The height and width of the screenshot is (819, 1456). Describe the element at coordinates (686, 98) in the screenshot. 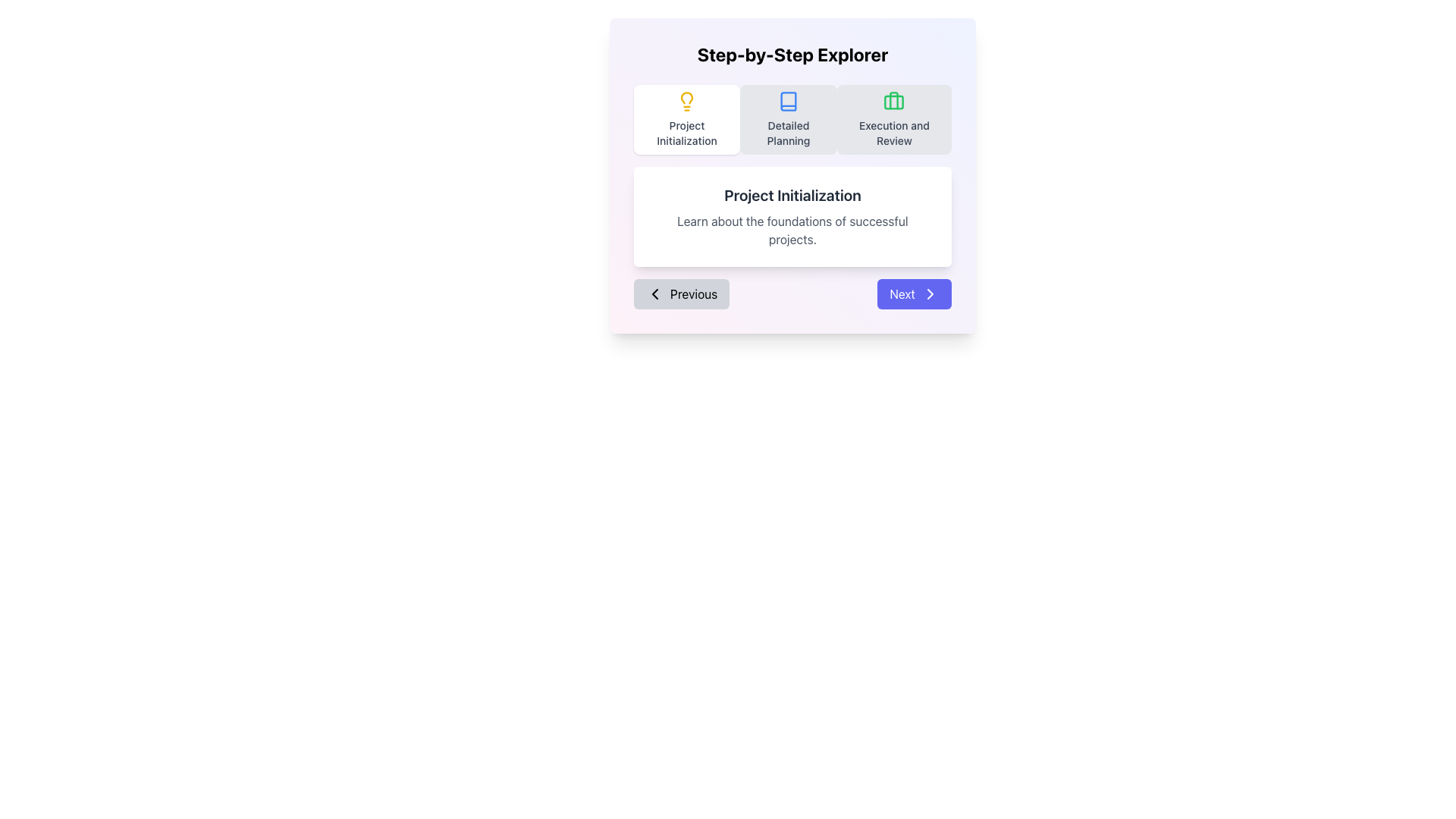

I see `the topmost segment of the lightbulb icon with a yellow outline in the 'Project Initialization' tab of the navigation interface` at that location.